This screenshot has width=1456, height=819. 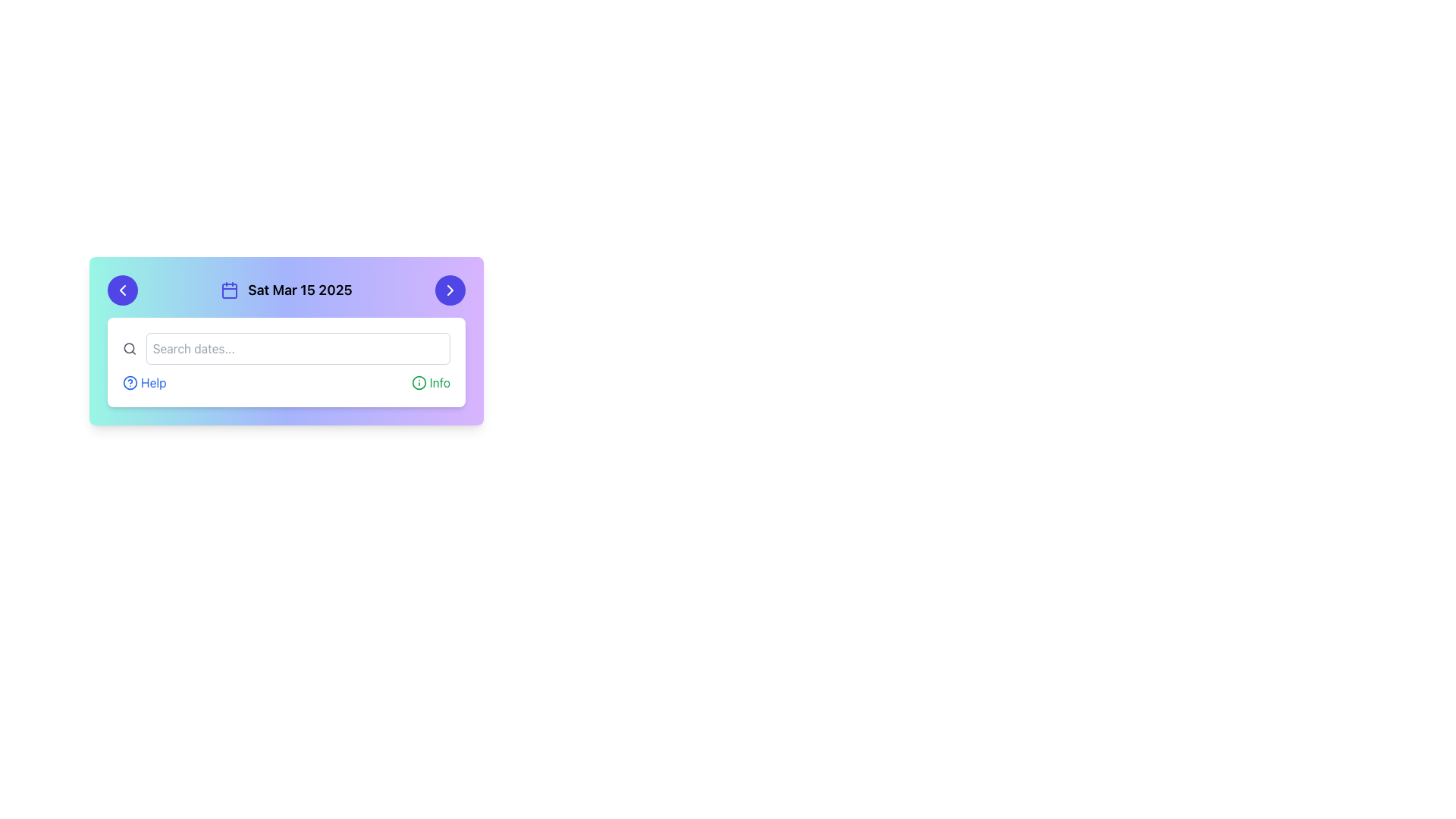 I want to click on the calendar icon with a purple outline located to the left of the text 'Sat Mar 15 2025', so click(x=229, y=290).